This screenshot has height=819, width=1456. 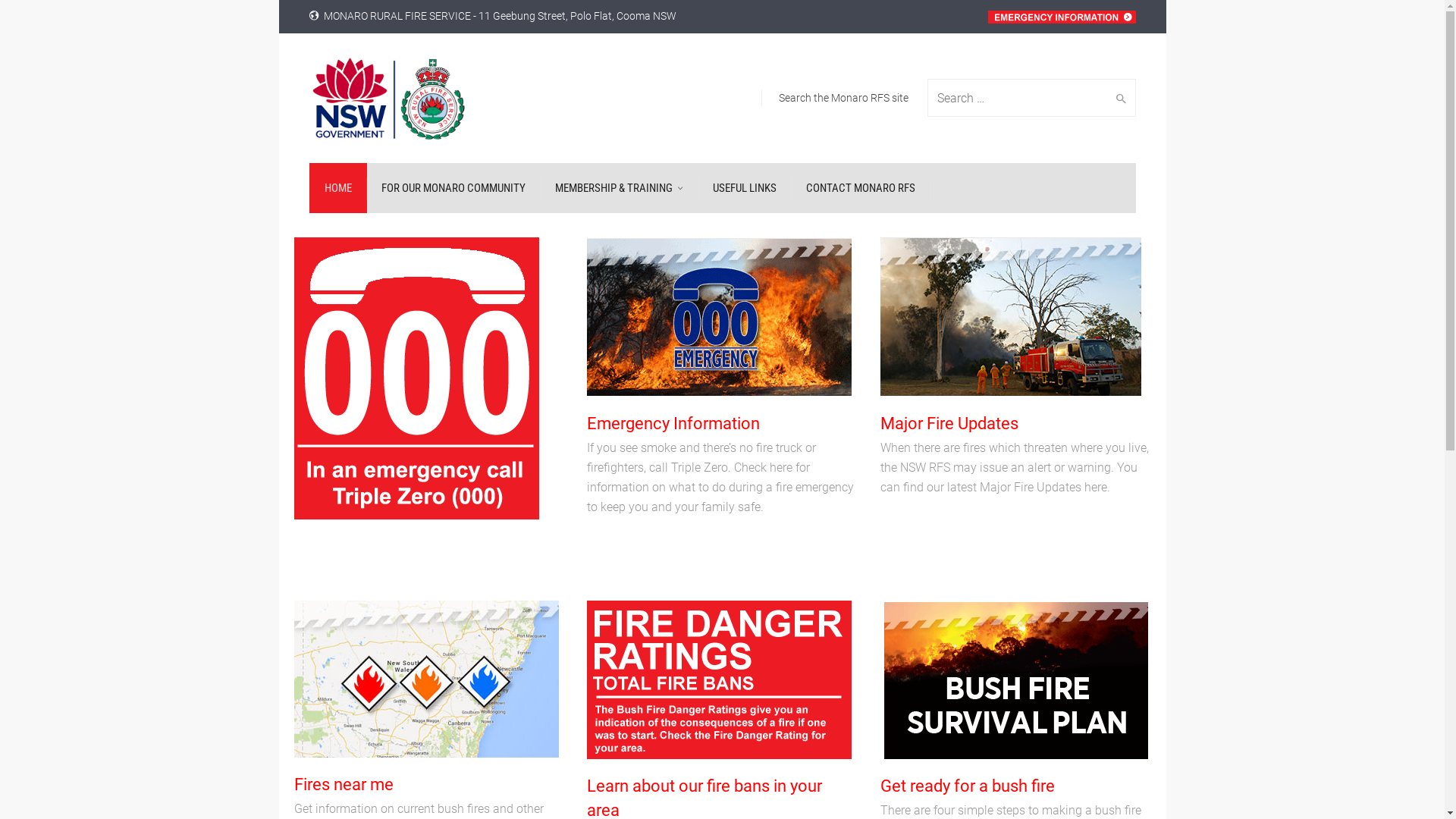 What do you see at coordinates (718, 679) in the screenshot?
I see `'Fire-Danger-Box'` at bounding box center [718, 679].